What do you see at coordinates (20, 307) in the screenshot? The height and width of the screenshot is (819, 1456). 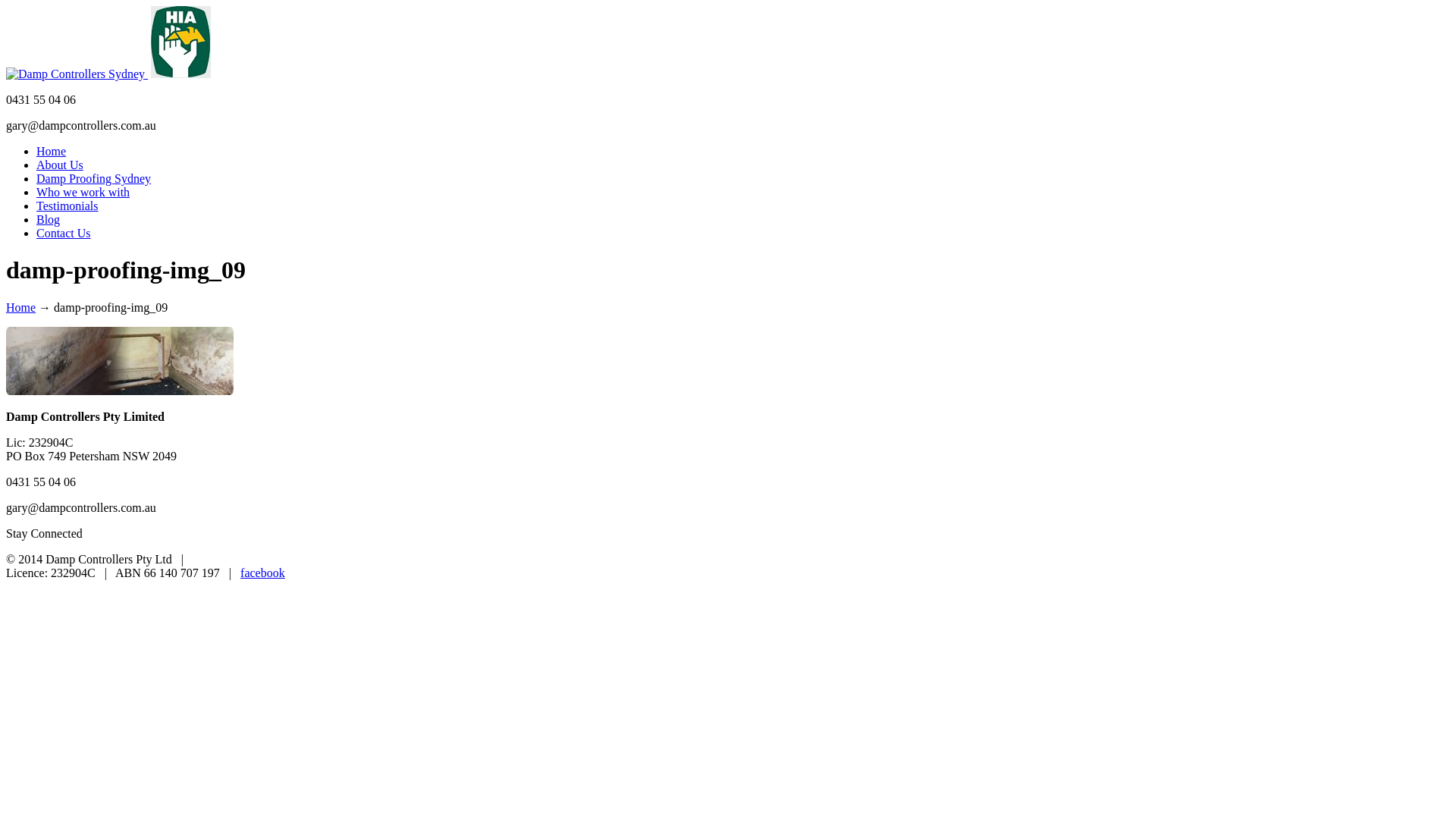 I see `'Home'` at bounding box center [20, 307].